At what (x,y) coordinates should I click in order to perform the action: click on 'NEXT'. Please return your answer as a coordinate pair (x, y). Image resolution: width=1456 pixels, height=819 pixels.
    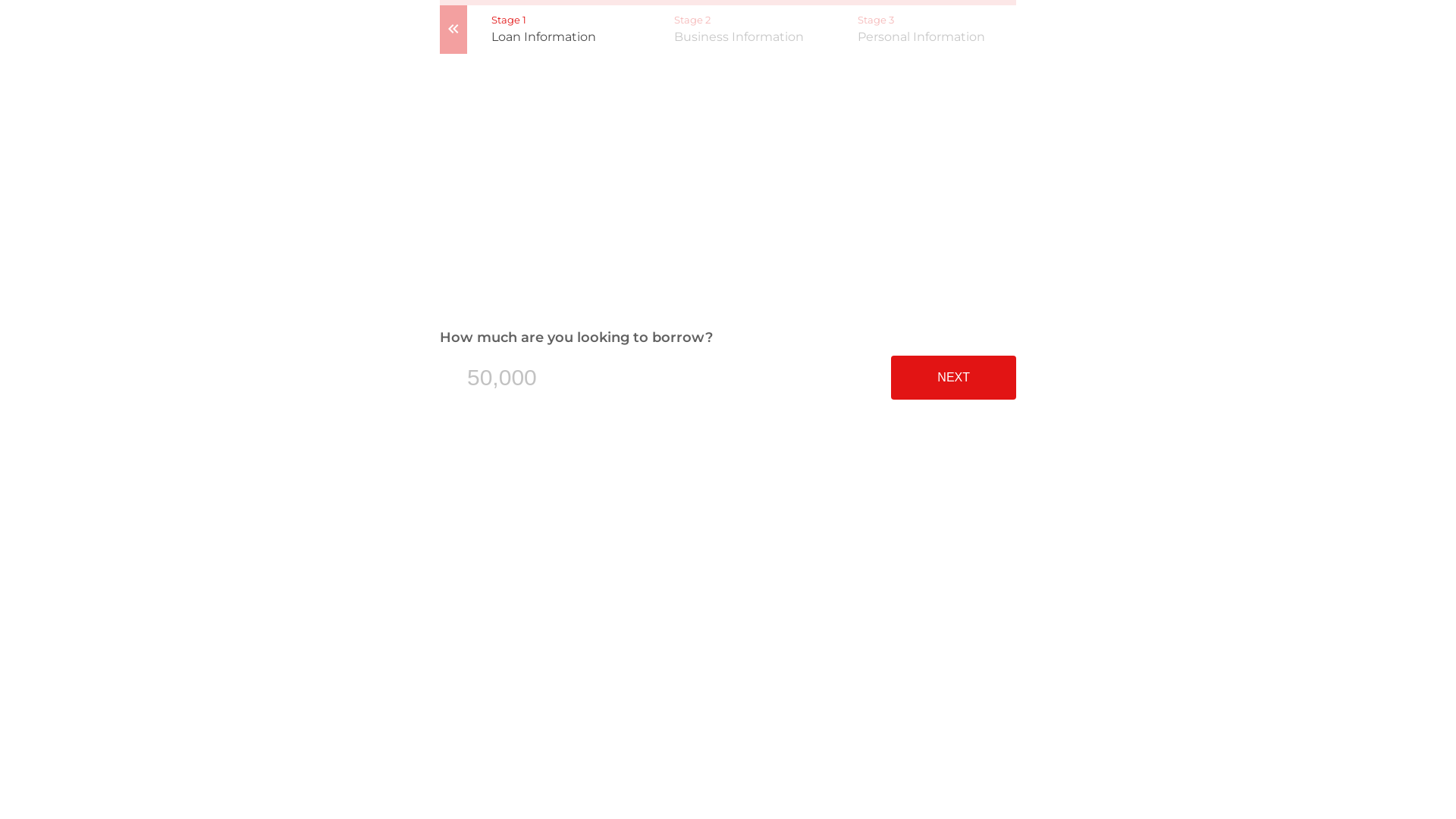
    Looking at the image, I should click on (891, 376).